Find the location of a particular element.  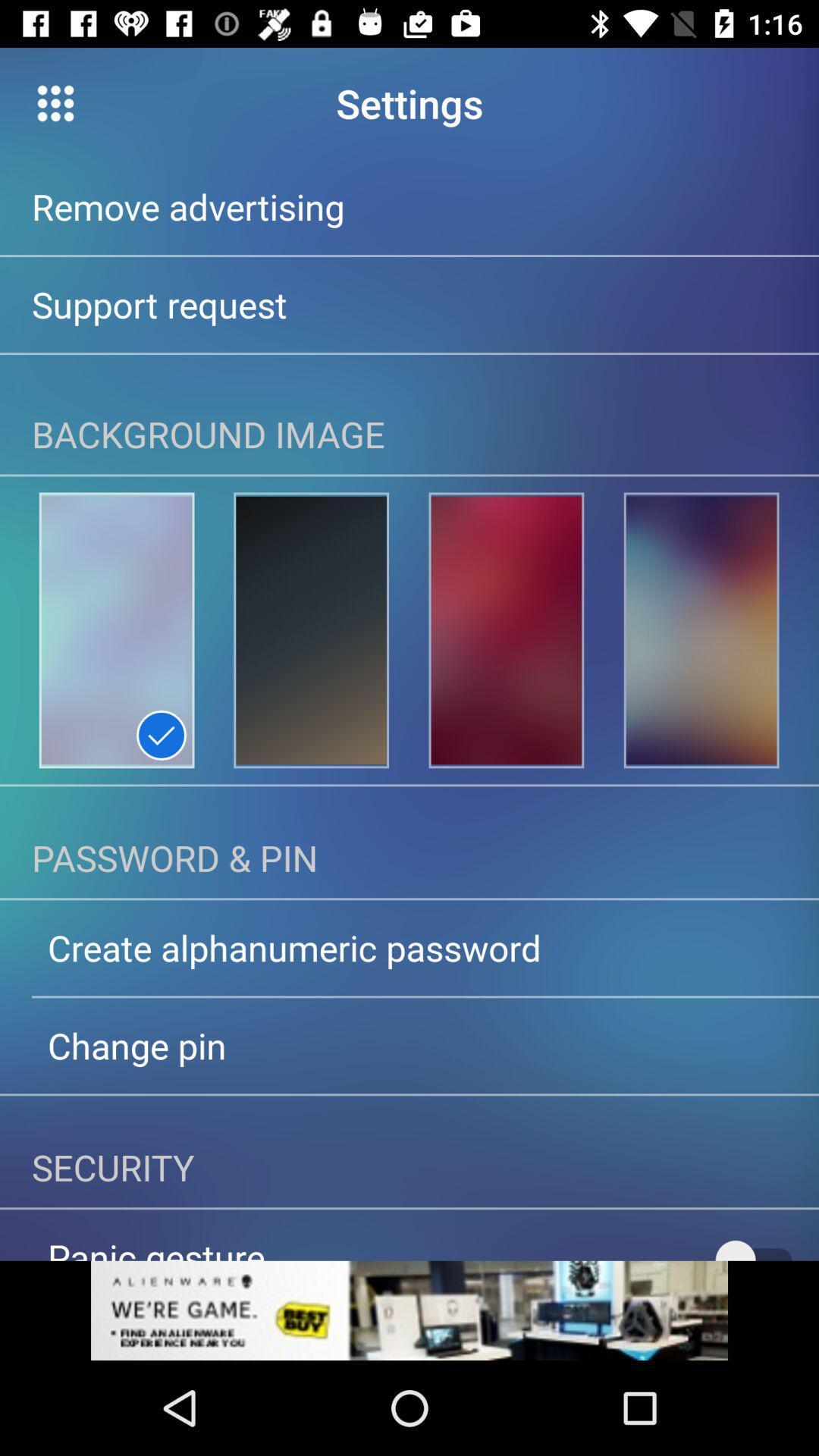

item is displayed is located at coordinates (310, 630).